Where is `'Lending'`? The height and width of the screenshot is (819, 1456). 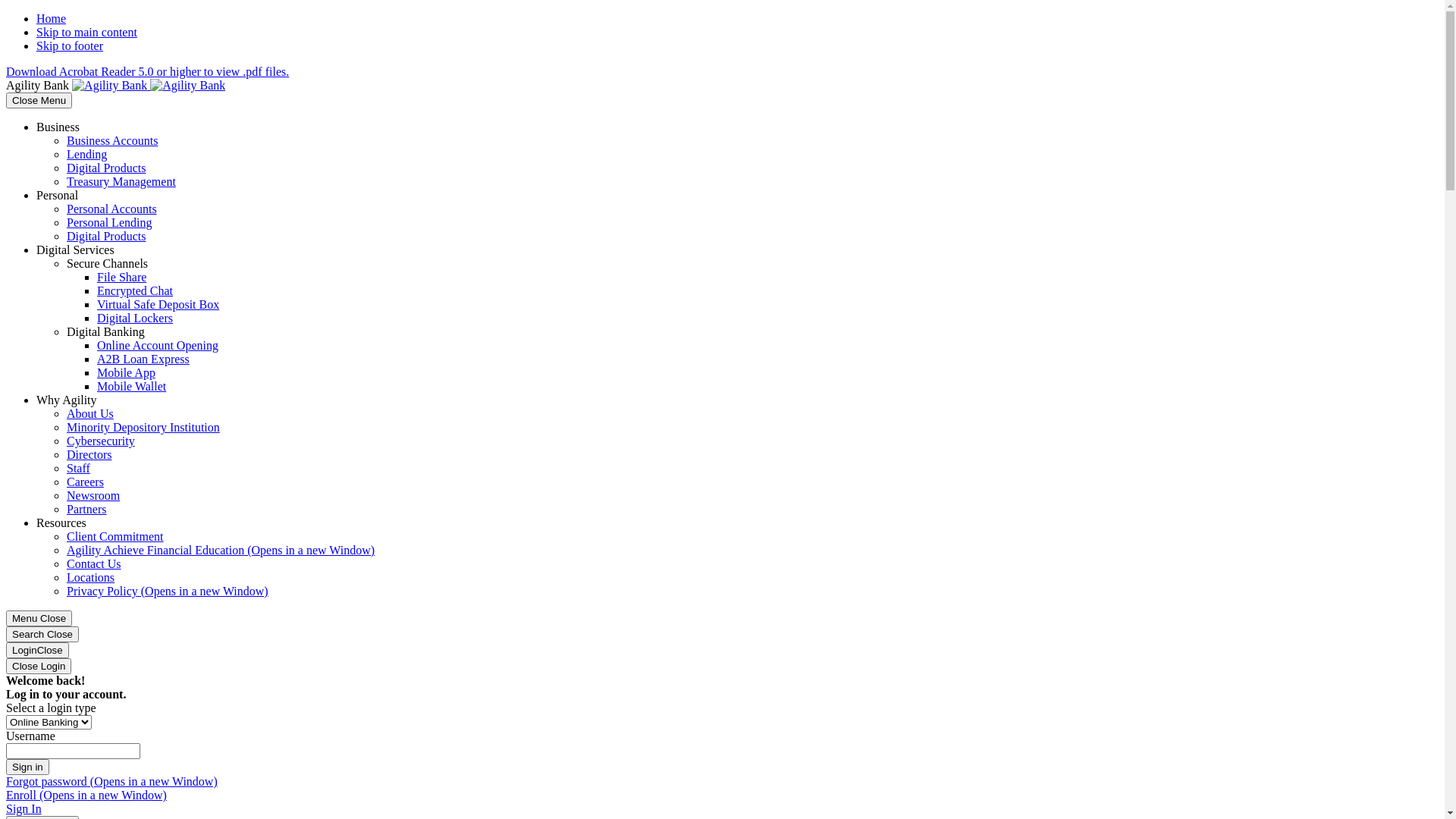
'Lending' is located at coordinates (86, 154).